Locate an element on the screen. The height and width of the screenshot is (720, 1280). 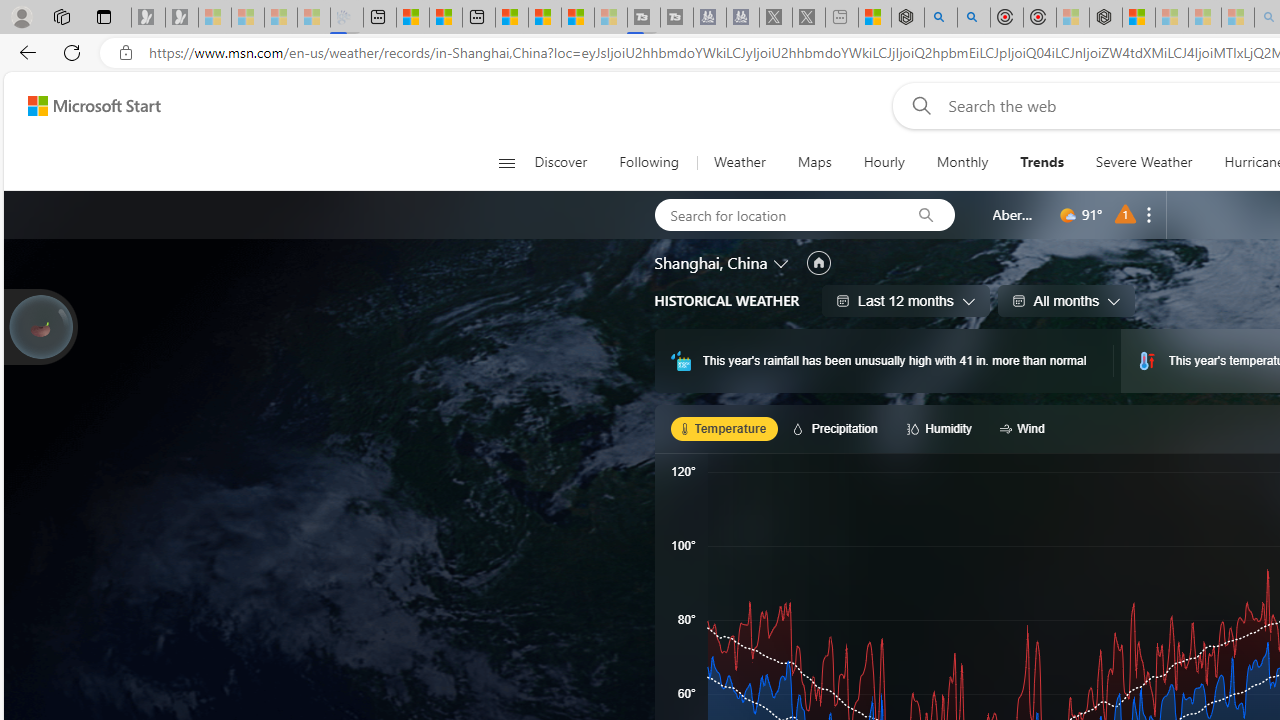
'Humidity' is located at coordinates (941, 427).